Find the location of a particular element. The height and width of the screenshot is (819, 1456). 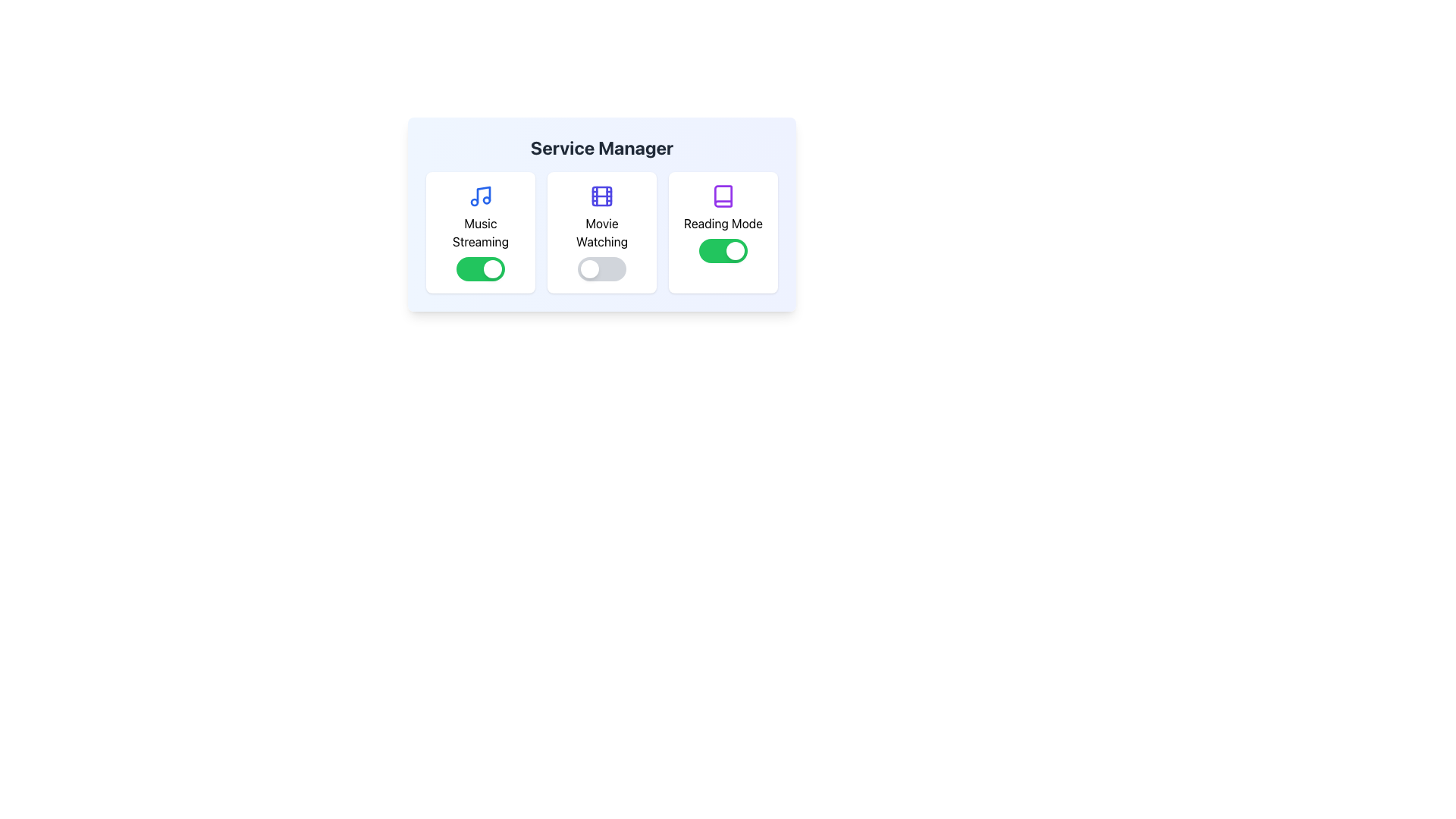

the toggle switch handle located towards the left side of the 'Movie Watching' toggle switch is located at coordinates (588, 268).